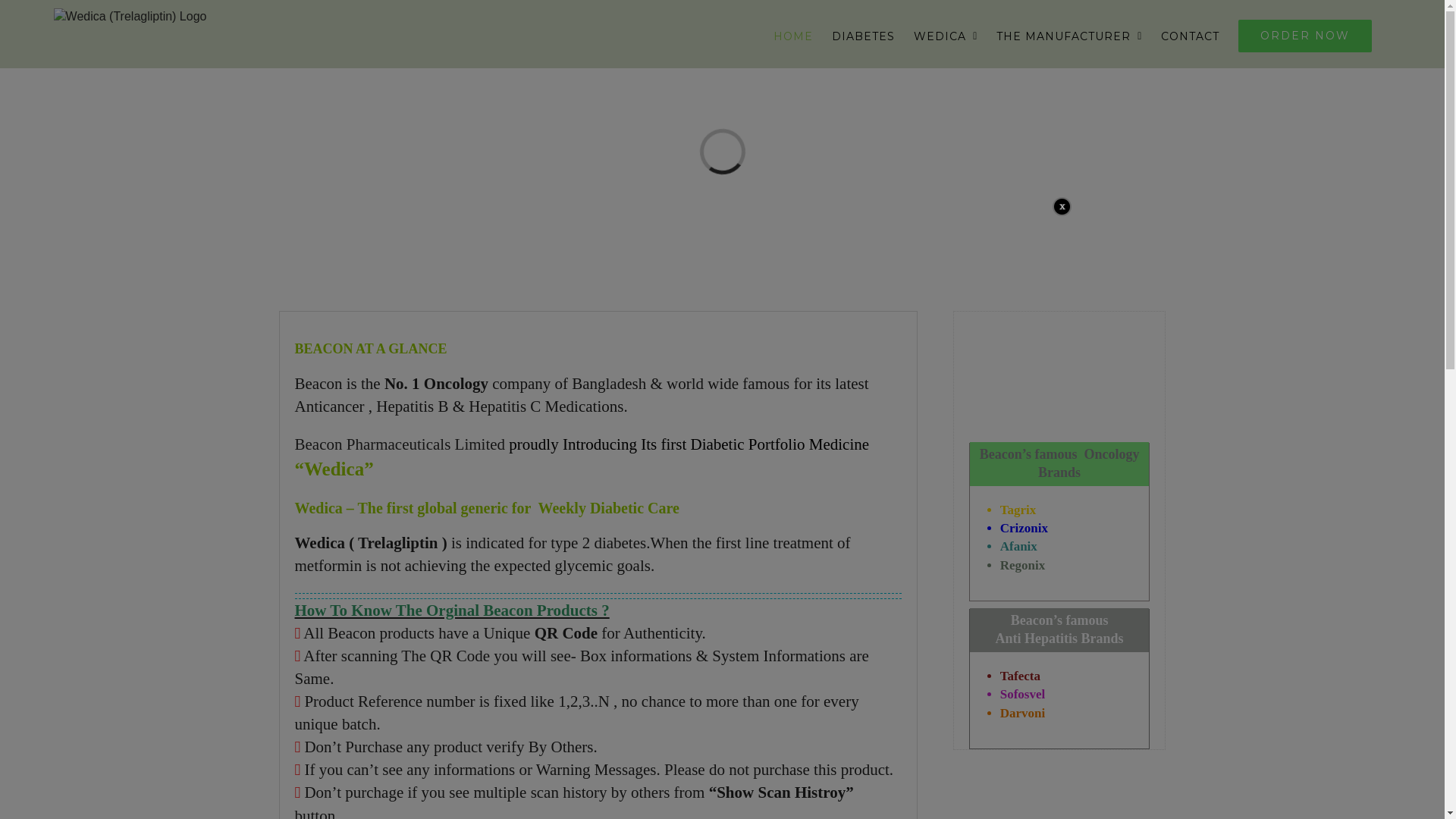  What do you see at coordinates (401, 444) in the screenshot?
I see `'Beacon Pharmaceuticals Limited'` at bounding box center [401, 444].